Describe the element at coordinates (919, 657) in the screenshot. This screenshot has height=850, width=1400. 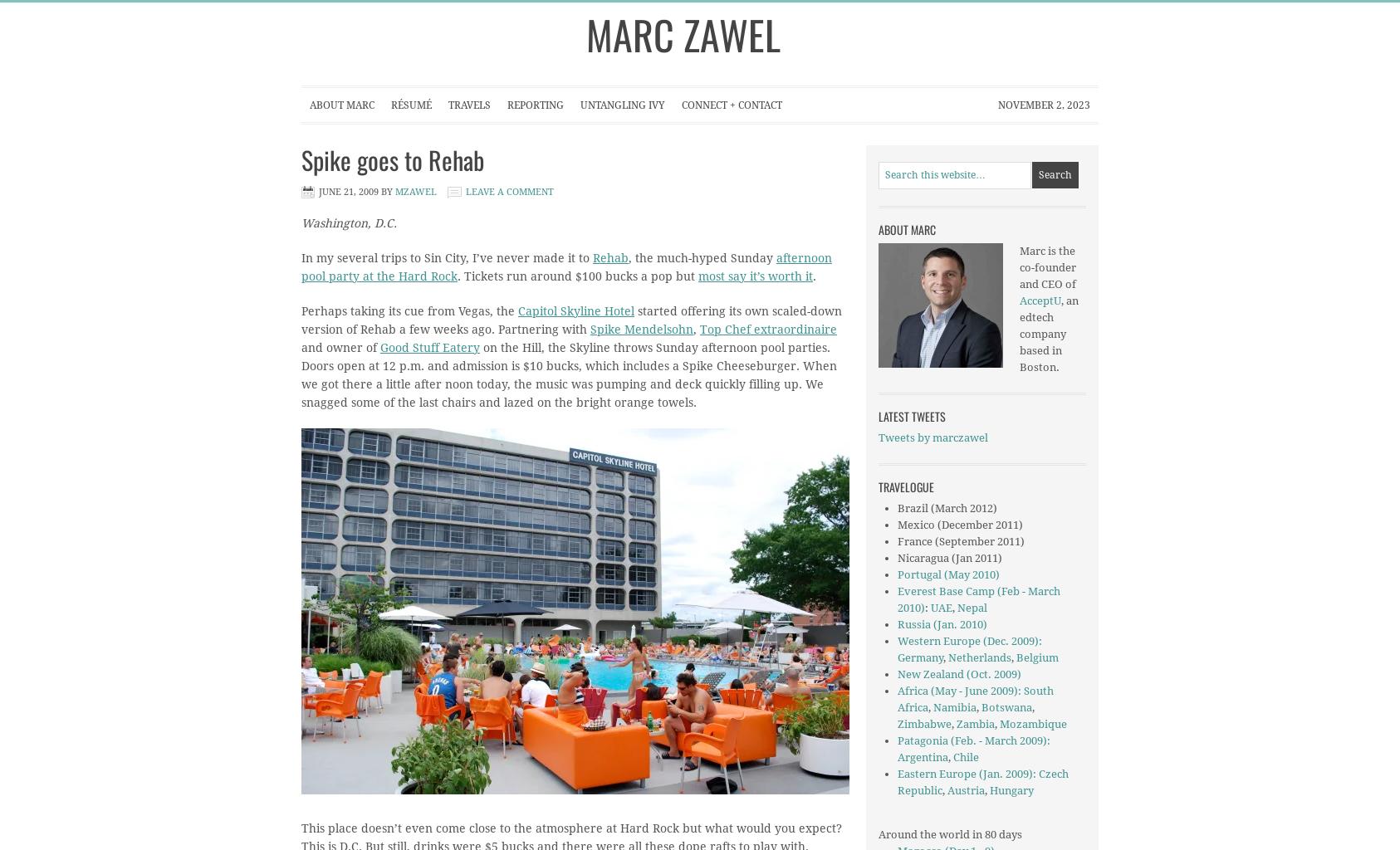
I see `'Germany'` at that location.